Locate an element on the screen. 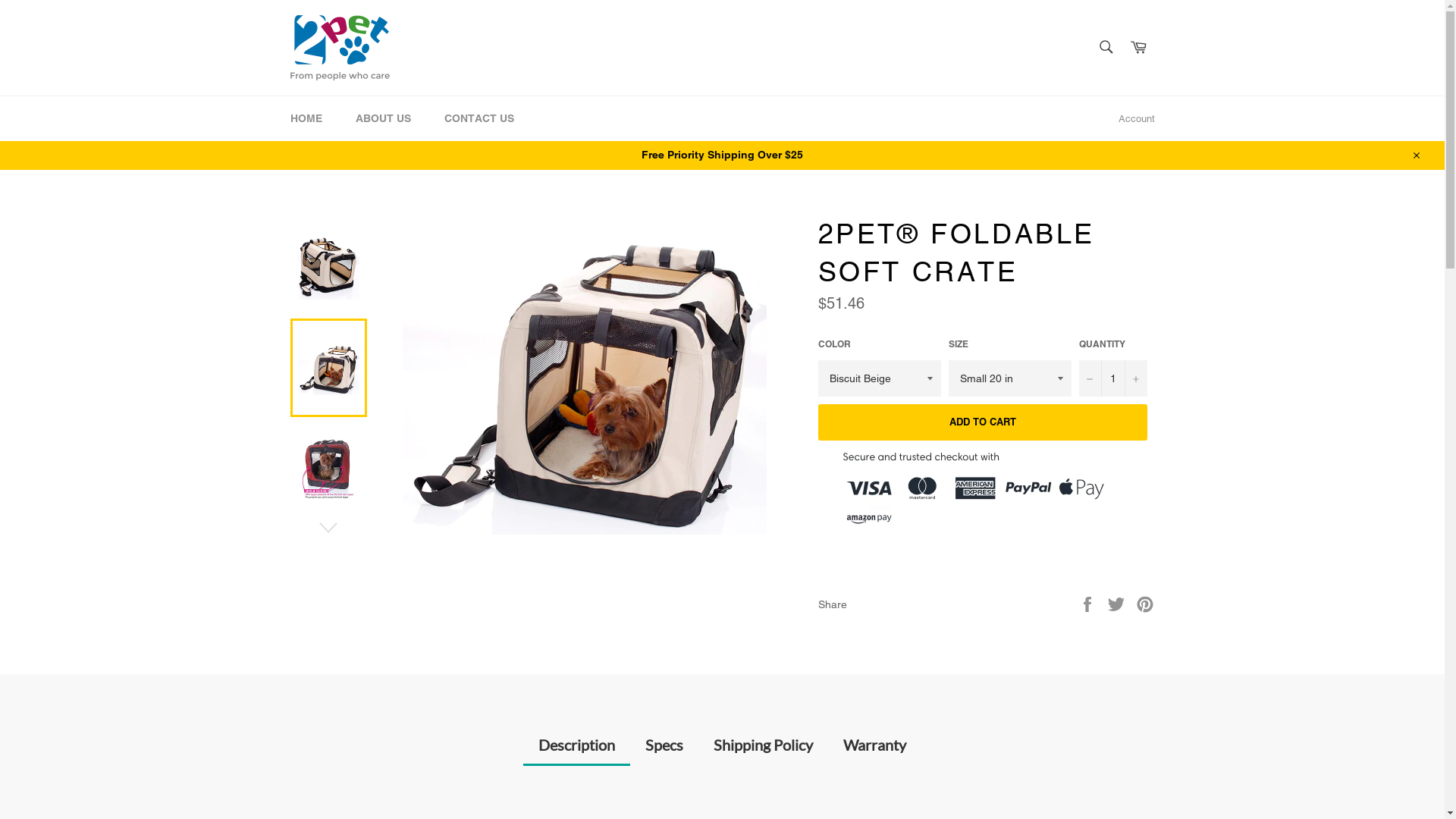 The width and height of the screenshot is (1456, 819). 'HOME' is located at coordinates (305, 118).